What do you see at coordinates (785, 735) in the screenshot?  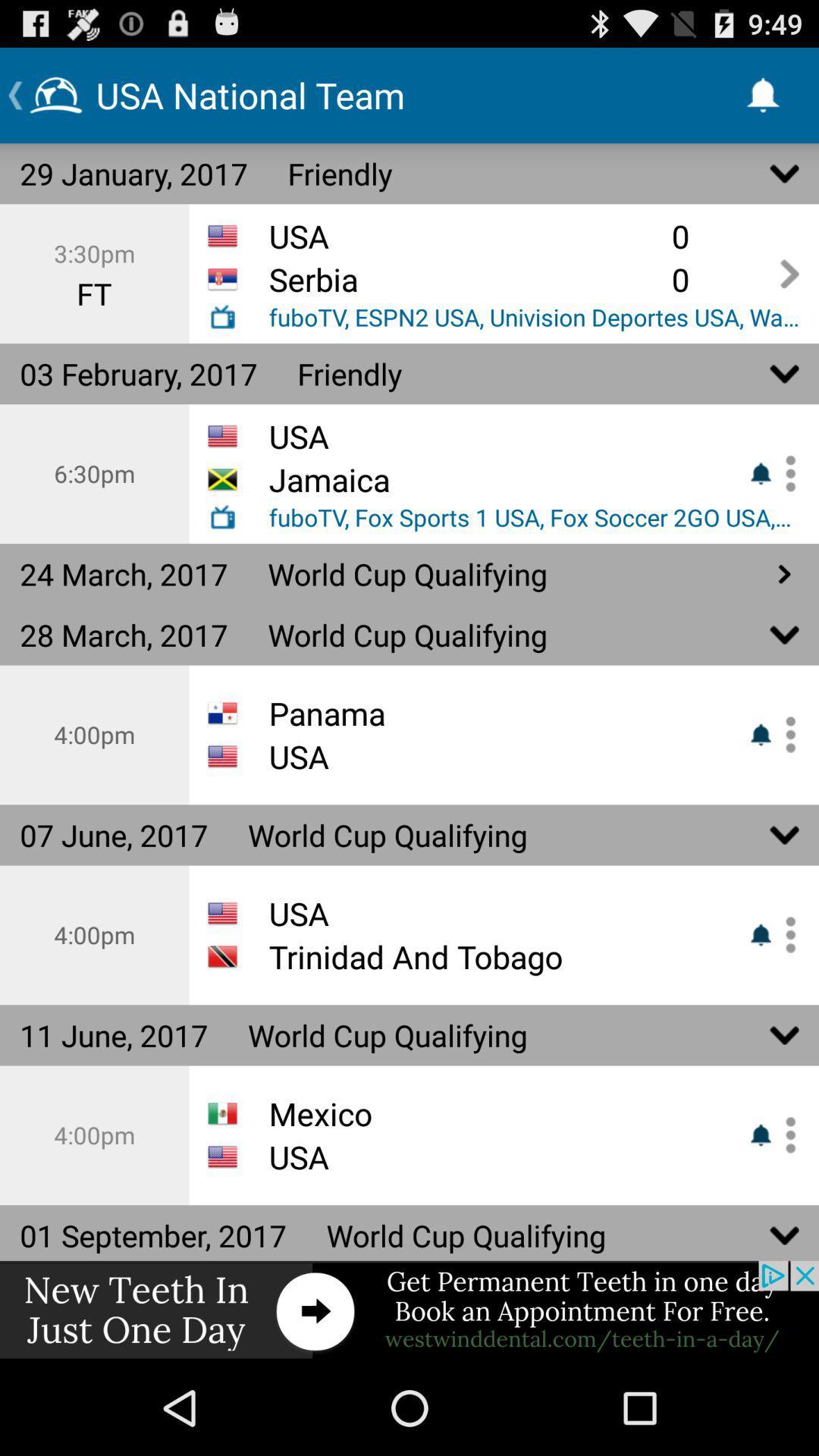 I see `like share more` at bounding box center [785, 735].